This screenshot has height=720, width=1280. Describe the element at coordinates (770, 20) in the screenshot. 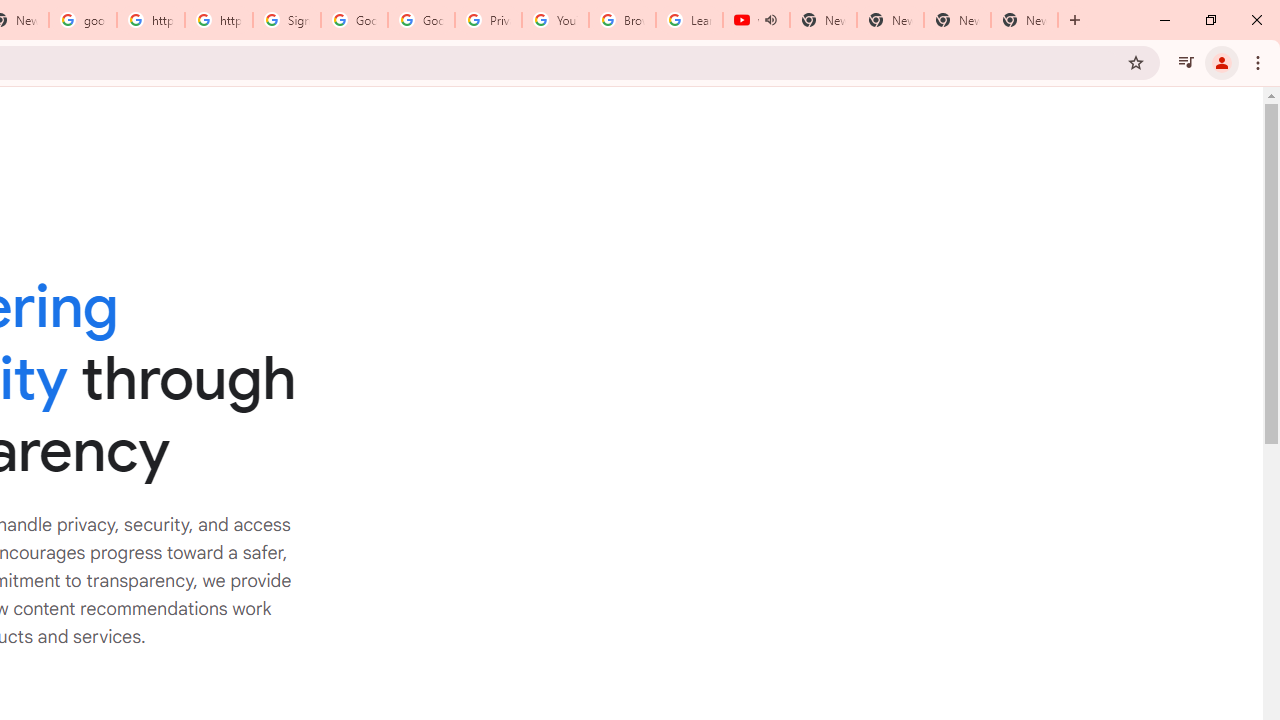

I see `'Mute tab'` at that location.